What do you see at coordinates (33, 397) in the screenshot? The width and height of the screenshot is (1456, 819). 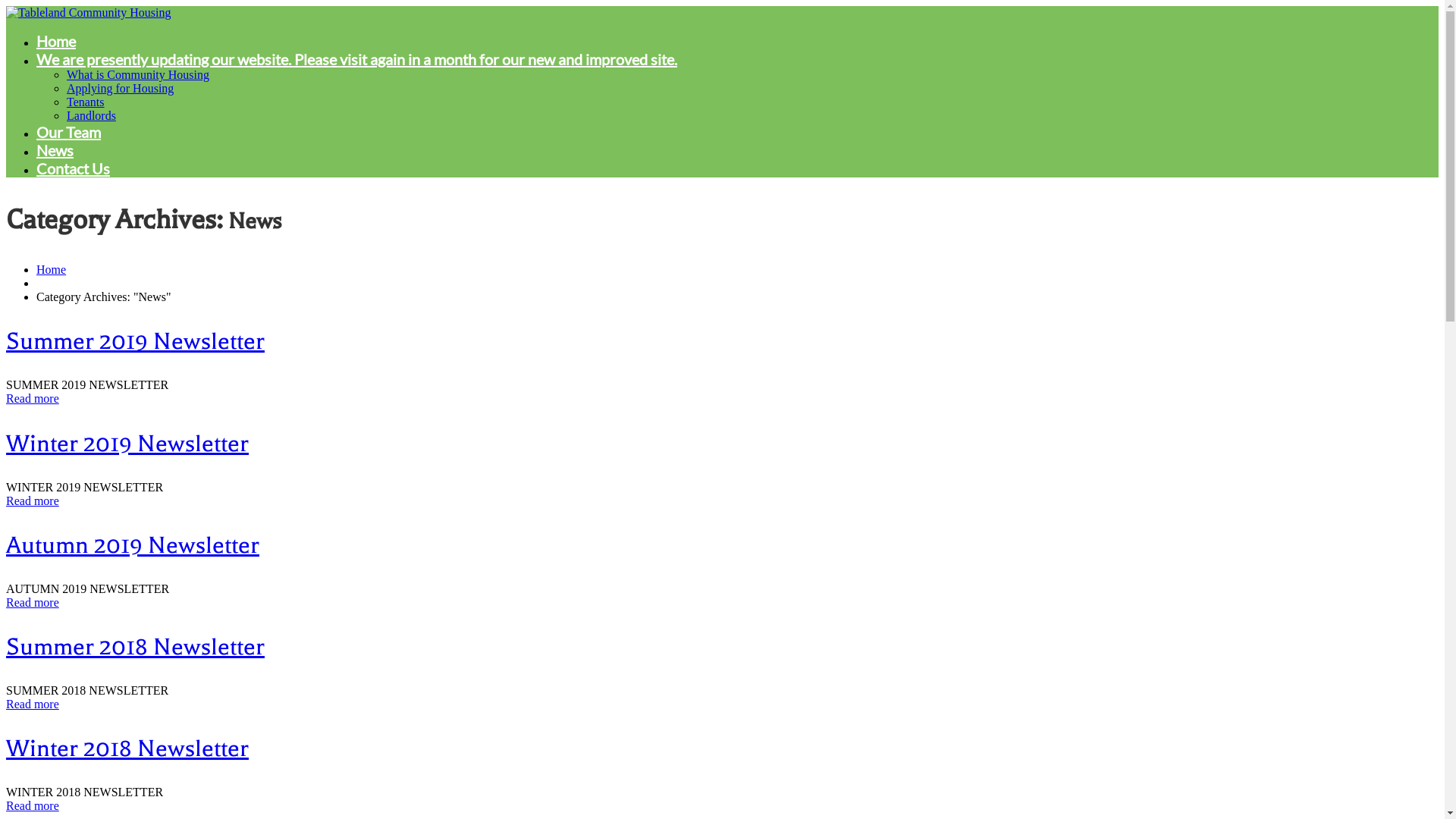 I see `'Read more'` at bounding box center [33, 397].